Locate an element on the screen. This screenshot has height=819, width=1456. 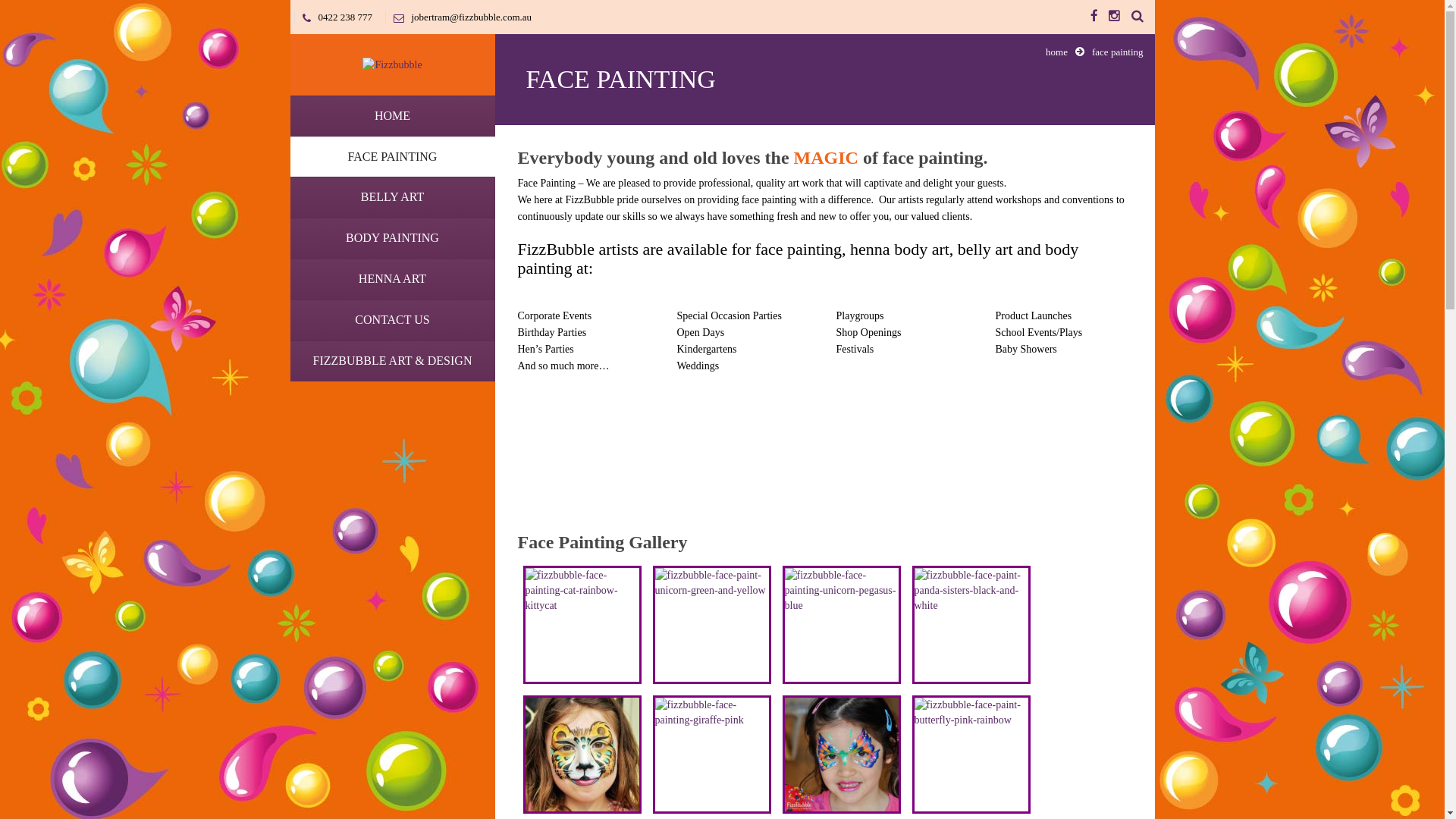
'fizzbubble-face-painting-leopard-gold' is located at coordinates (581, 755).